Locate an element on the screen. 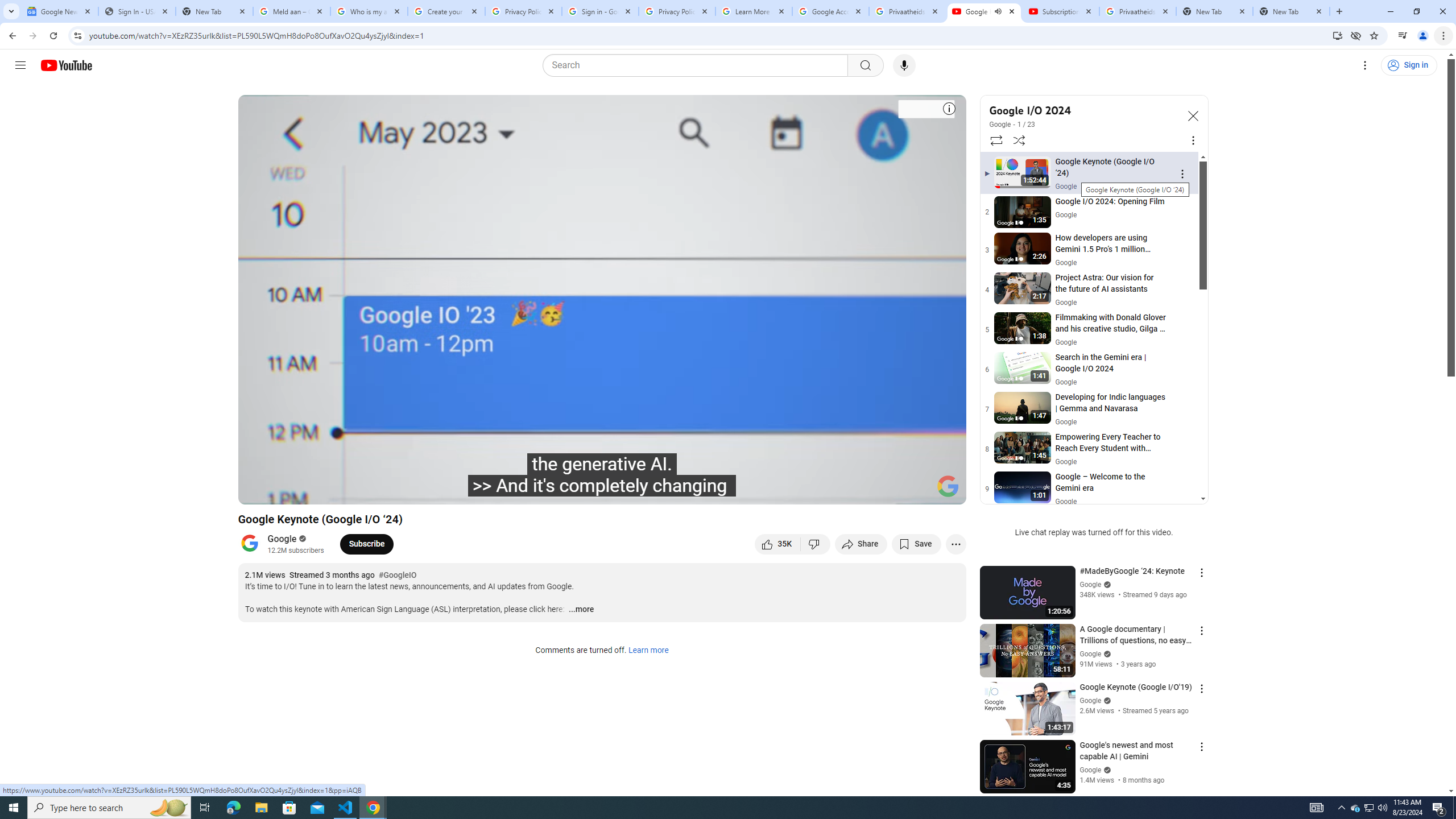  'Seek slider' is located at coordinates (601, 475).